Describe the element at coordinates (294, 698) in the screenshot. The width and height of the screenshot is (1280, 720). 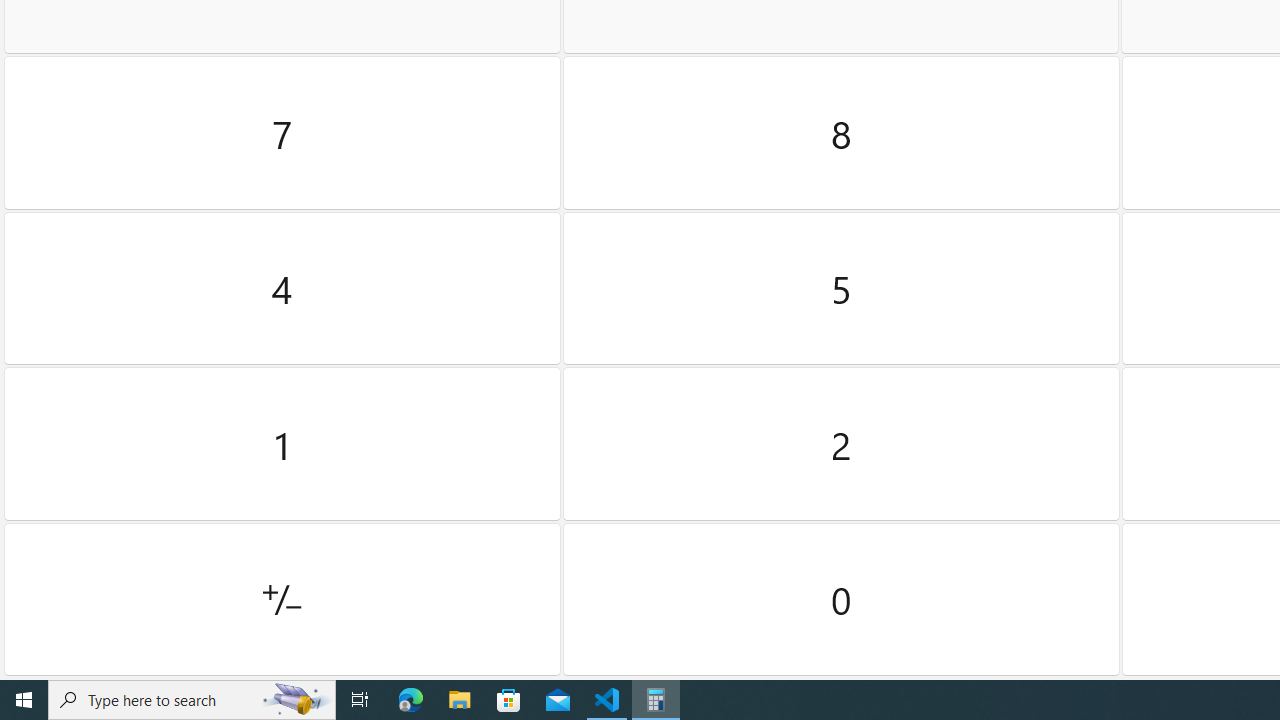
I see `'Search highlights icon opens search home window'` at that location.